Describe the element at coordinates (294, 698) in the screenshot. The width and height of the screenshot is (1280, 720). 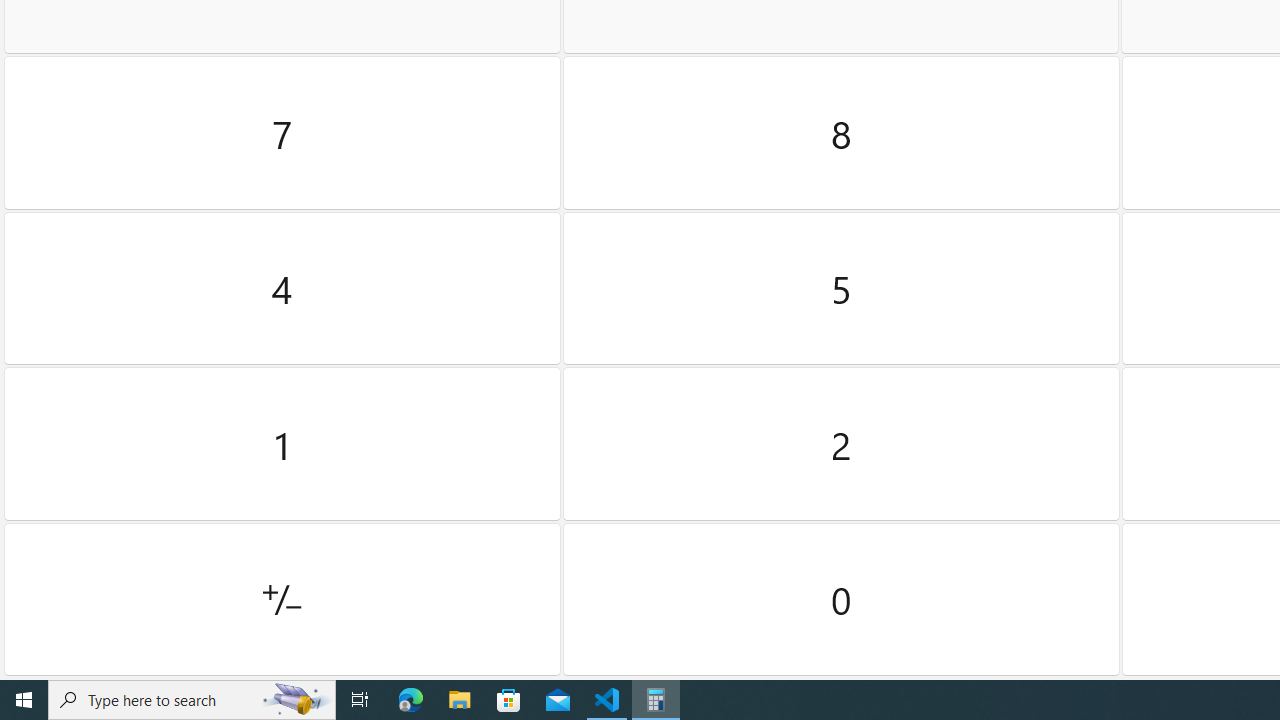
I see `'Search highlights icon opens search home window'` at that location.